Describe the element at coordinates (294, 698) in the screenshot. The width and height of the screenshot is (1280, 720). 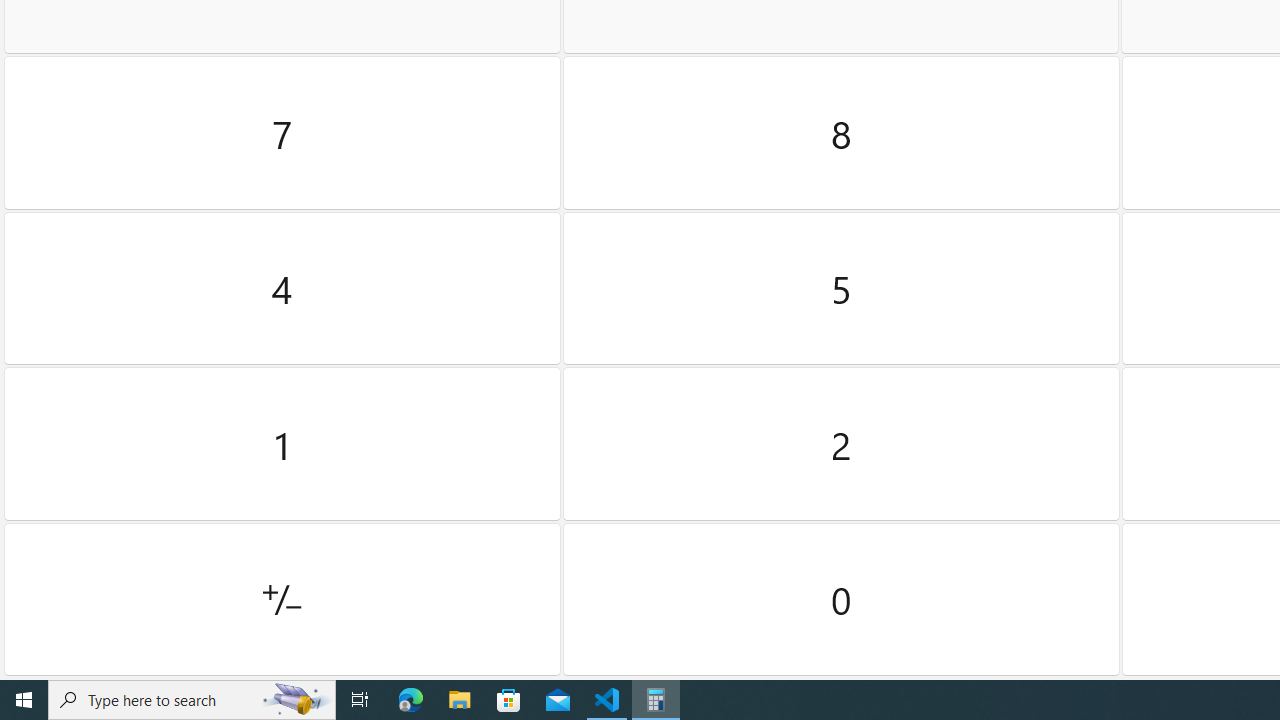
I see `'Search highlights icon opens search home window'` at that location.